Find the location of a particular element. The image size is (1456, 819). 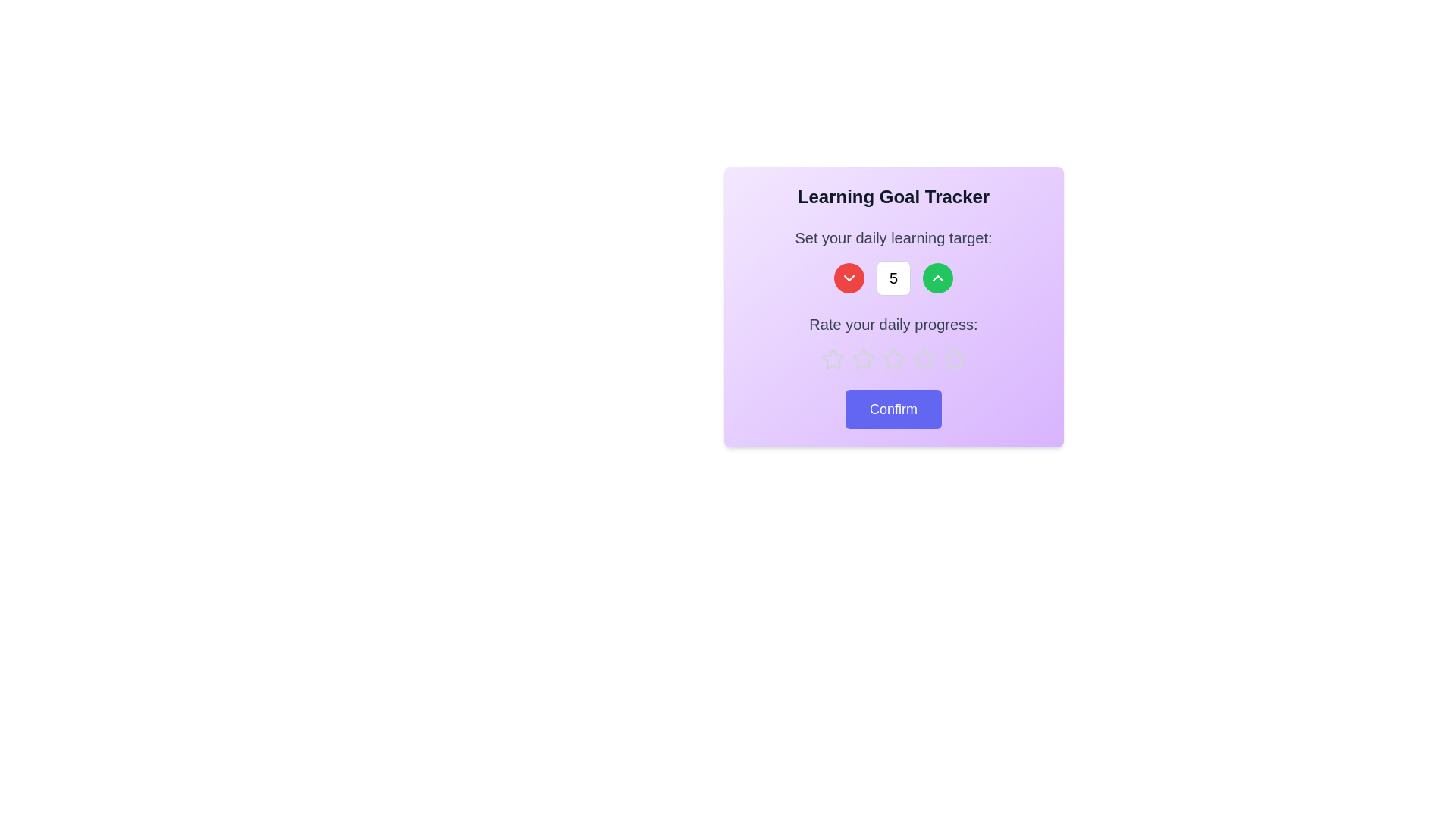

the static text label that informs the user about the purpose of the rating interface, located above the star icons for rating is located at coordinates (893, 324).